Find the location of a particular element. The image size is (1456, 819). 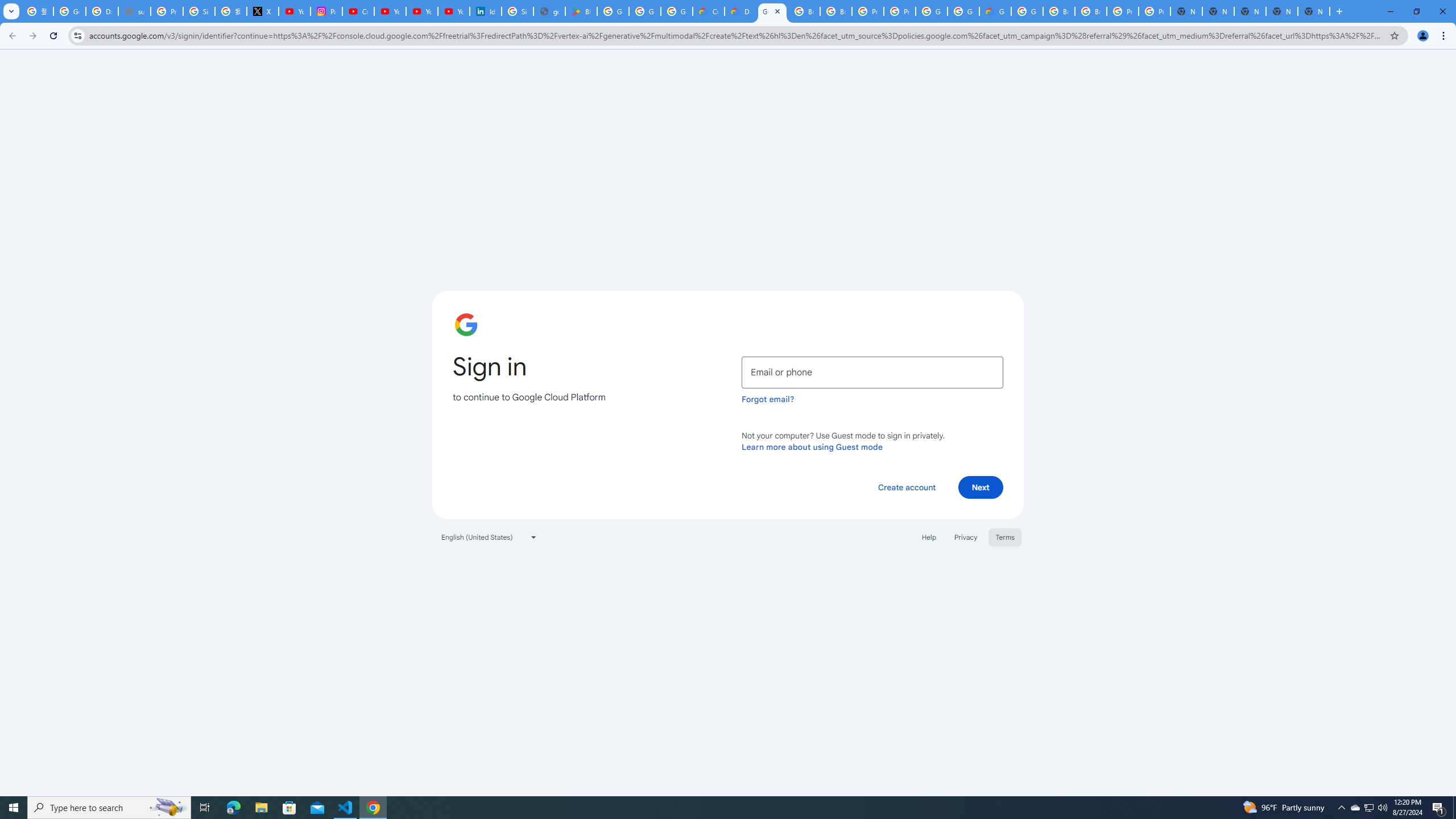

'Forgot email?' is located at coordinates (767, 399).